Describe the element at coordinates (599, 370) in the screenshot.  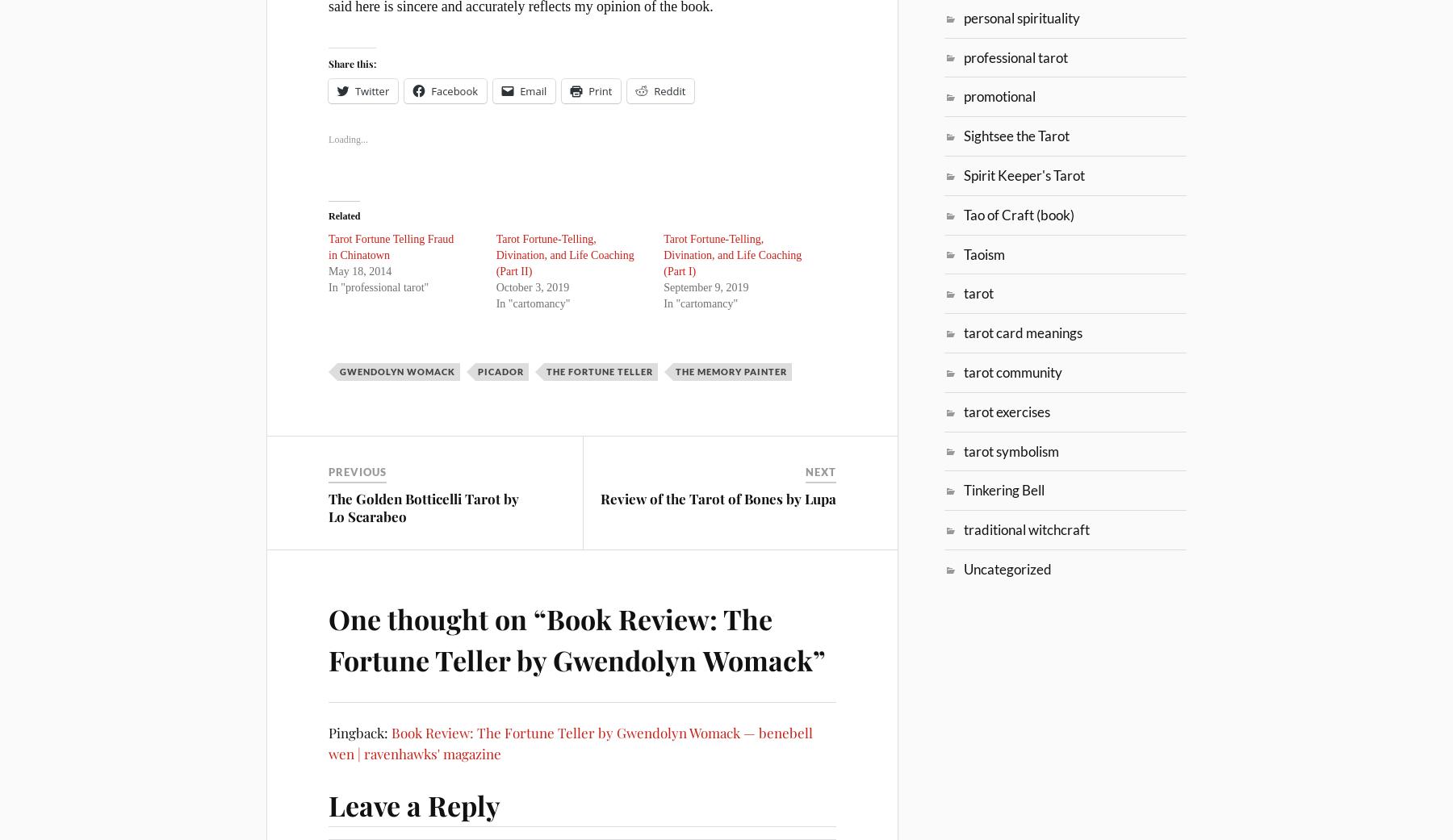
I see `'The Fortune Teller'` at that location.